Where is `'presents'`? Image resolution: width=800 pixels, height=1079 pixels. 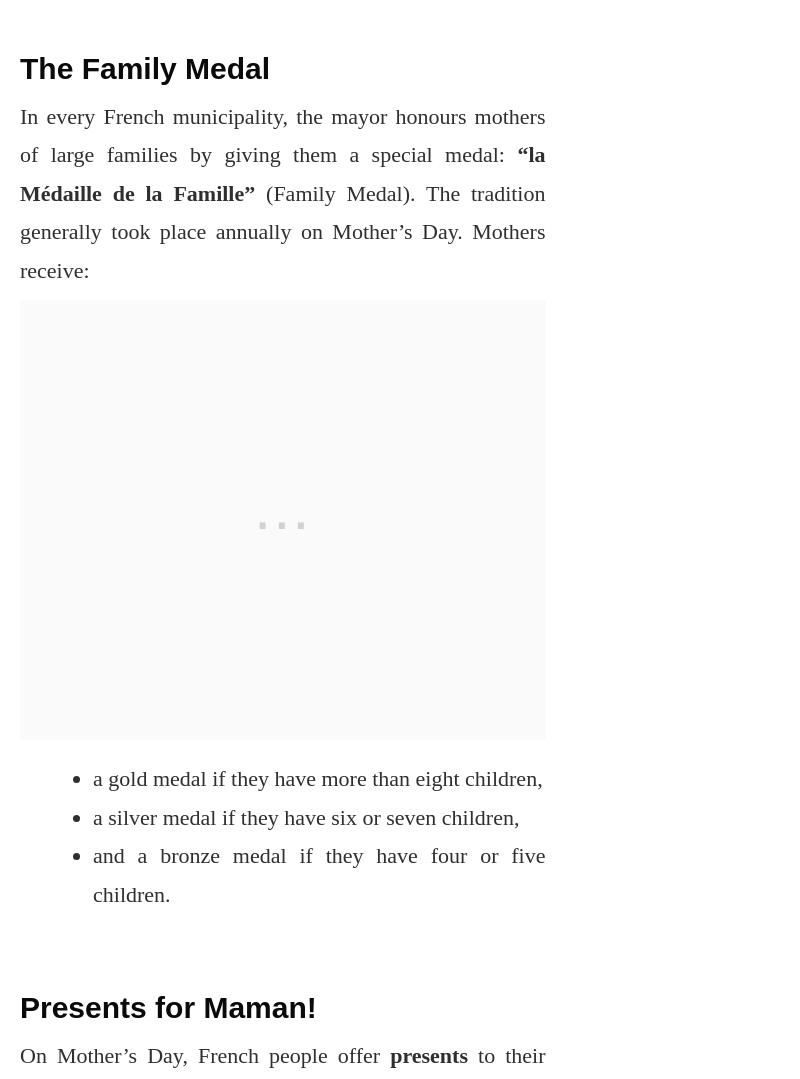
'presents' is located at coordinates (379, 1053).